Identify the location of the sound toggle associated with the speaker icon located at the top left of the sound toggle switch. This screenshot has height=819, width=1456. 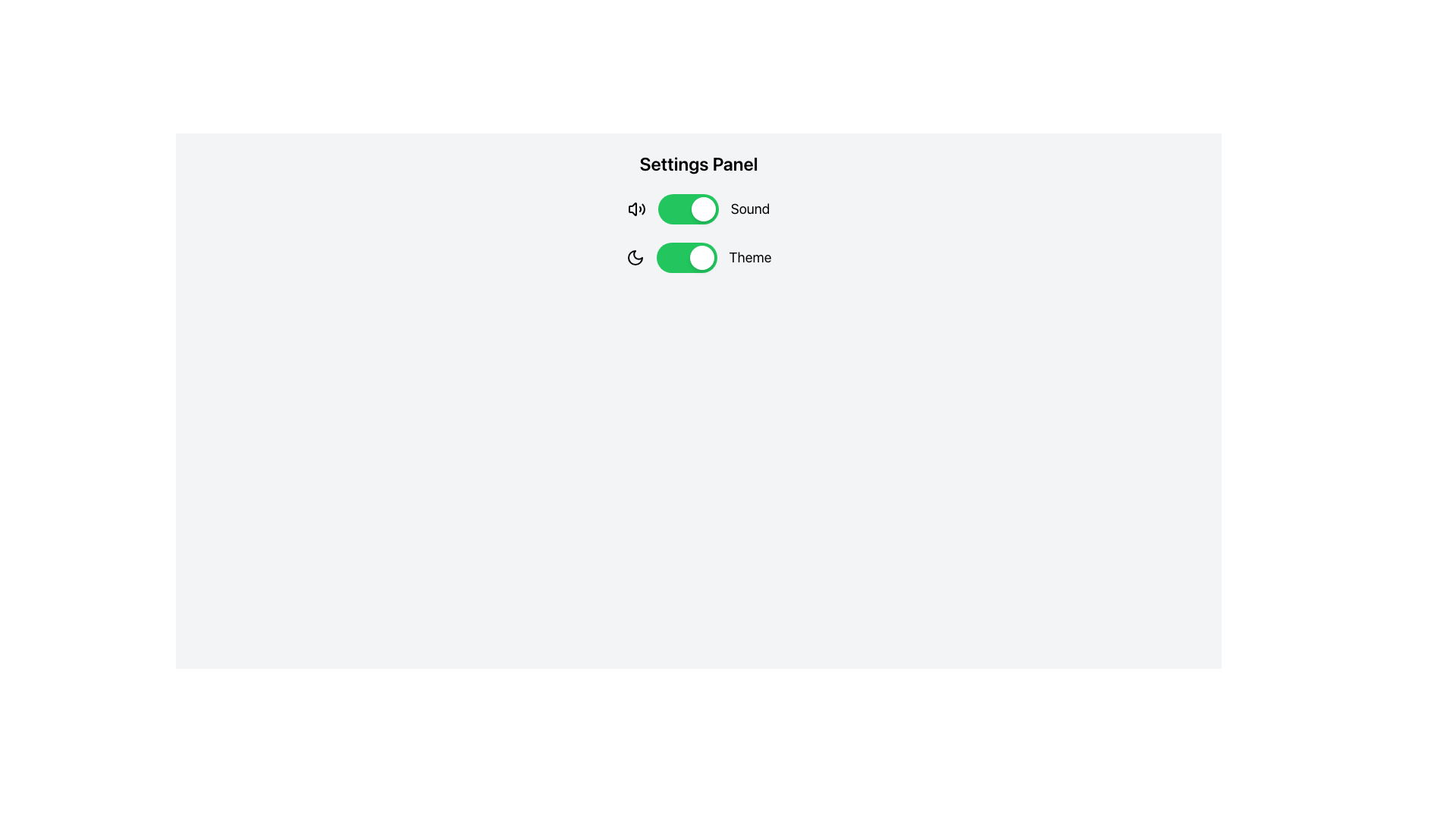
(632, 209).